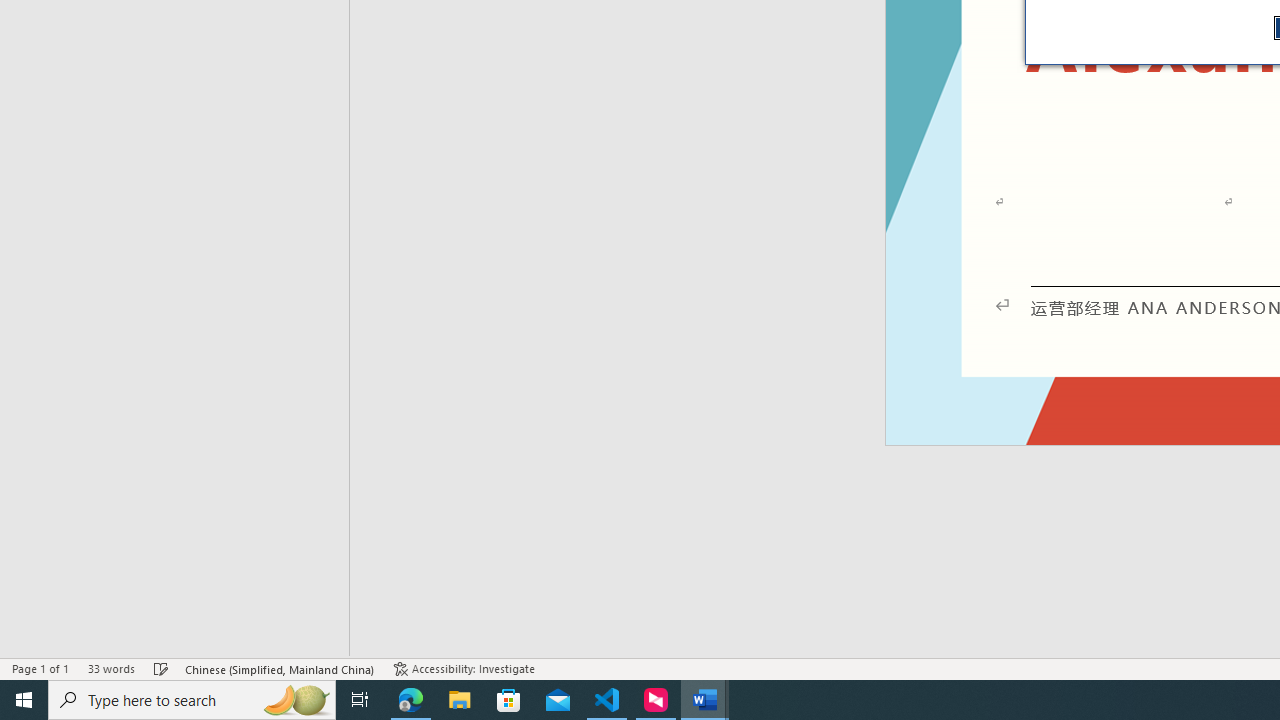  What do you see at coordinates (463, 669) in the screenshot?
I see `'Accessibility Checker Accessibility: Investigate'` at bounding box center [463, 669].